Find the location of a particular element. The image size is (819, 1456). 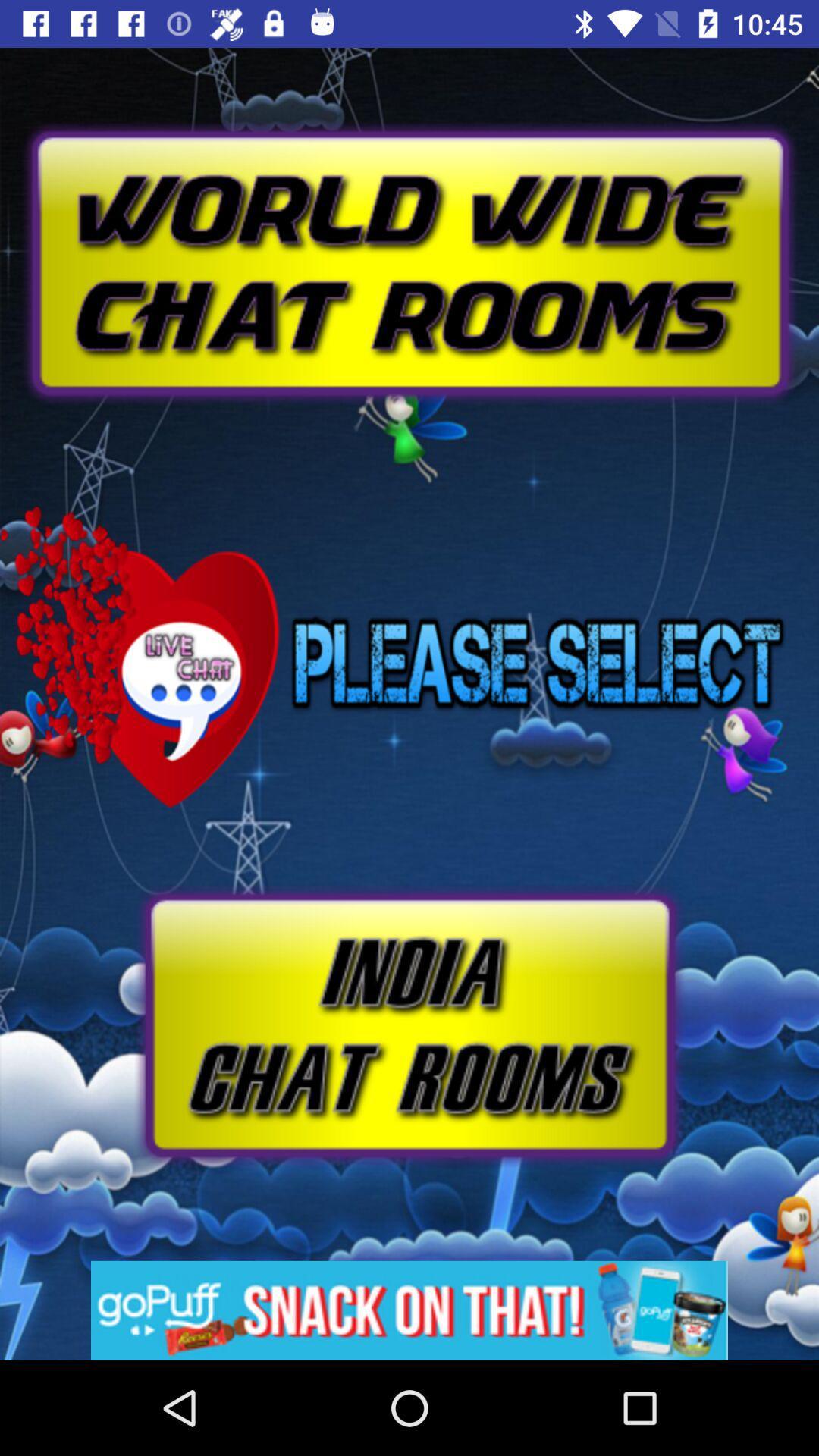

advertisement page is located at coordinates (409, 1310).